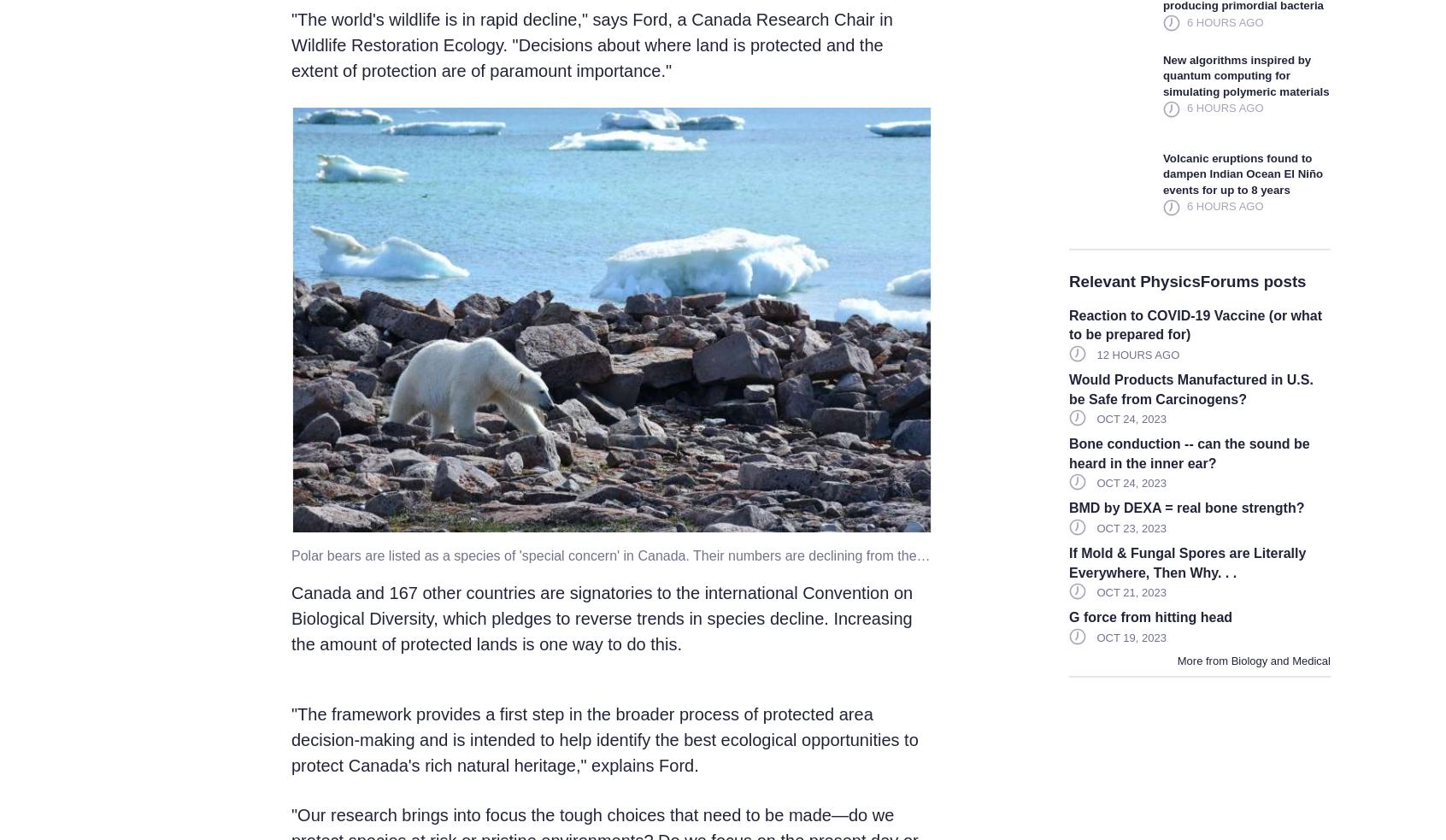  I want to click on 'If Mold & Fungal Spores are Literally Everywhere, Then Why. . .', so click(1186, 561).